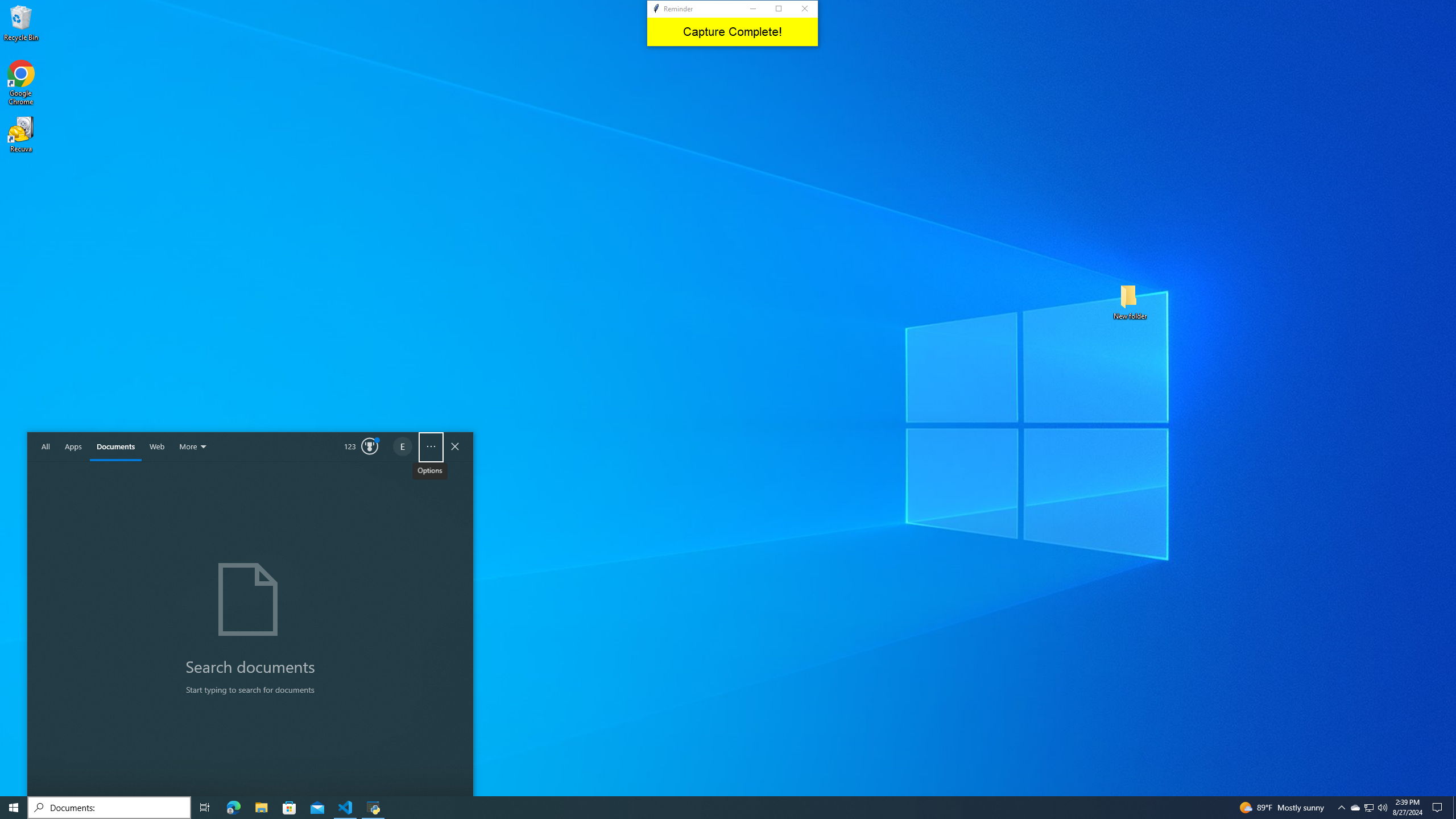  What do you see at coordinates (157, 446) in the screenshot?
I see `'Web'` at bounding box center [157, 446].